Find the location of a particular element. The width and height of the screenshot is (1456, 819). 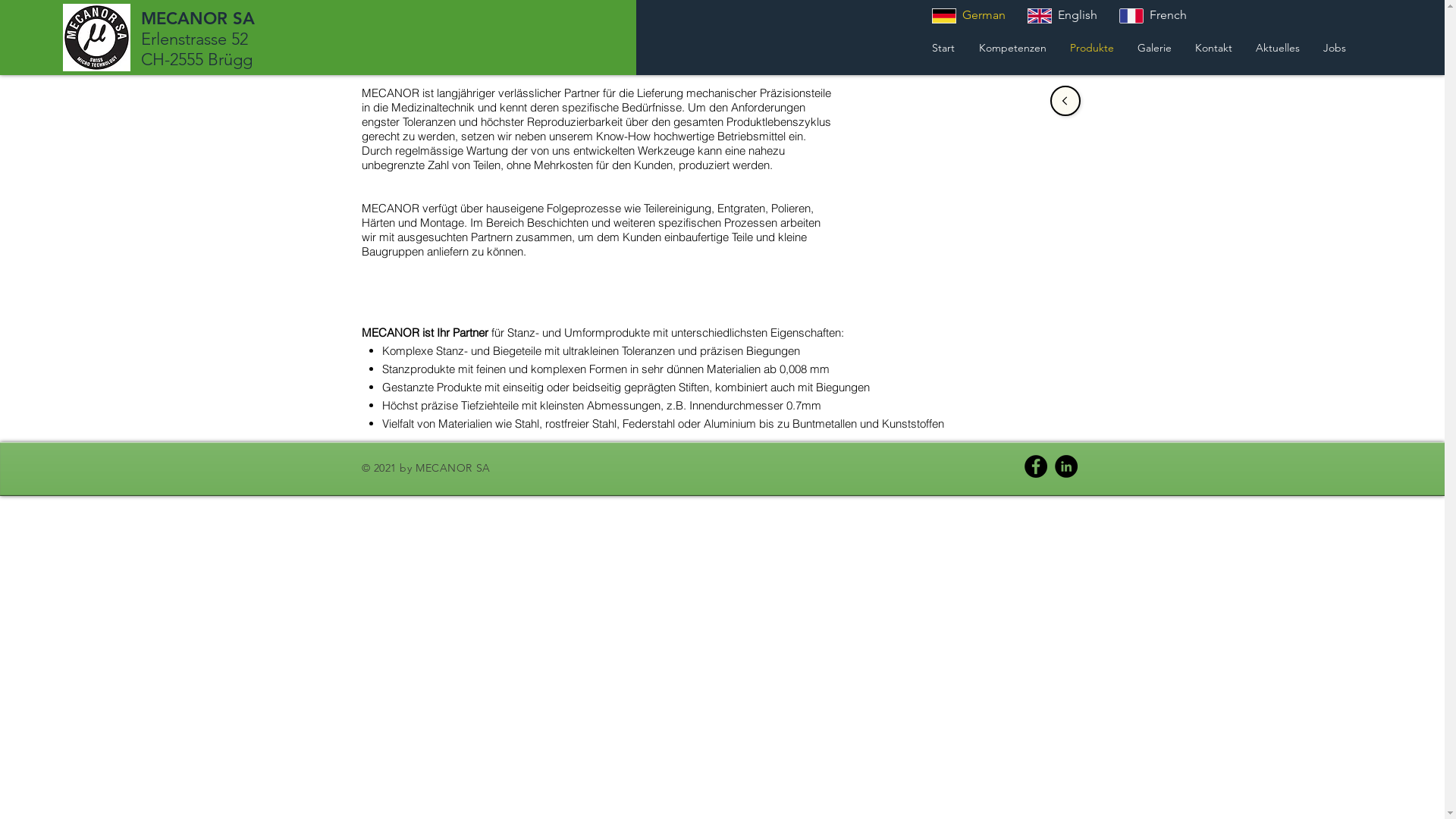

'Produkte' is located at coordinates (1090, 46).